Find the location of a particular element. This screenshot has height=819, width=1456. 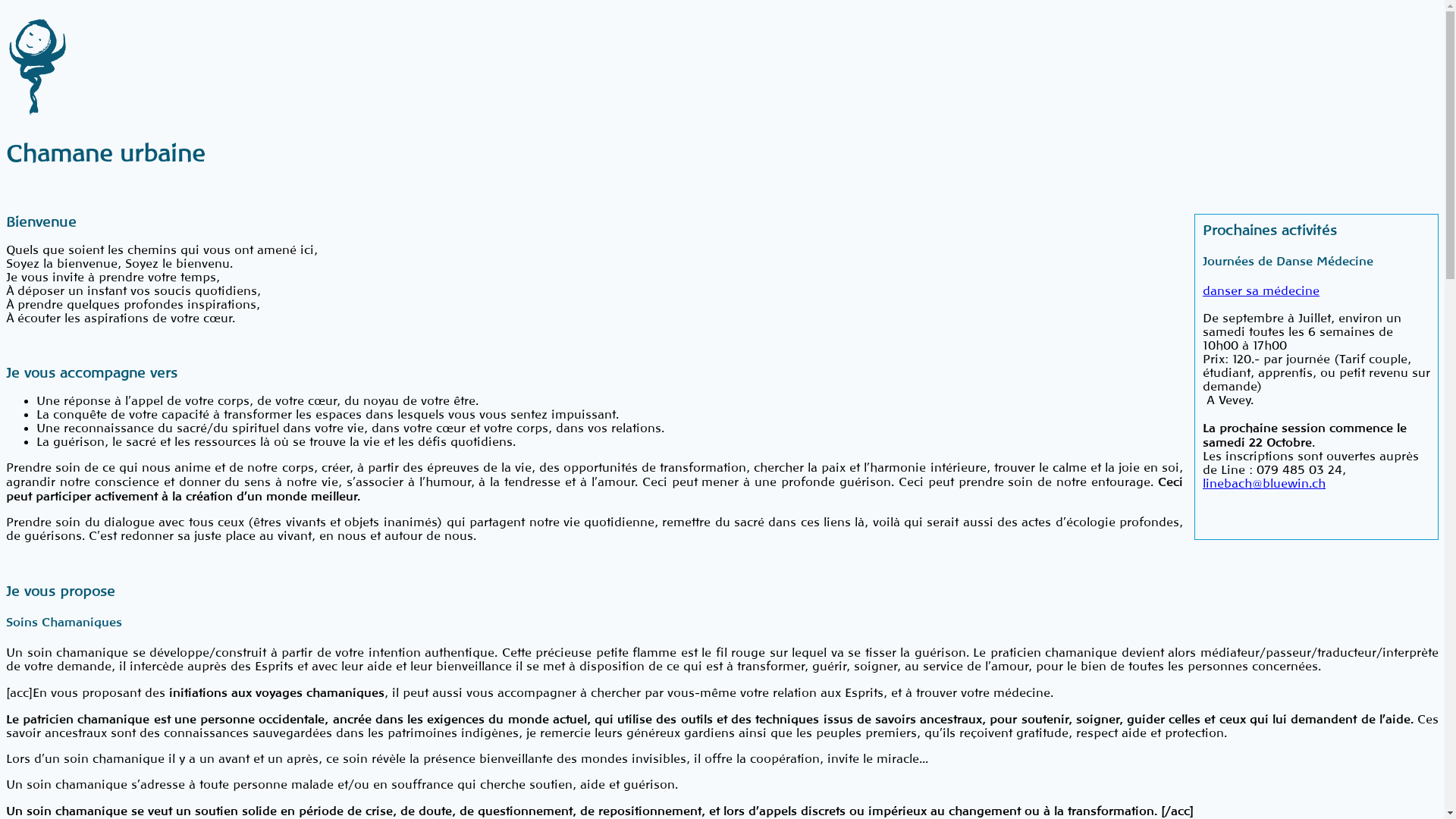

'linebach@bluewin.ch' is located at coordinates (1263, 483).